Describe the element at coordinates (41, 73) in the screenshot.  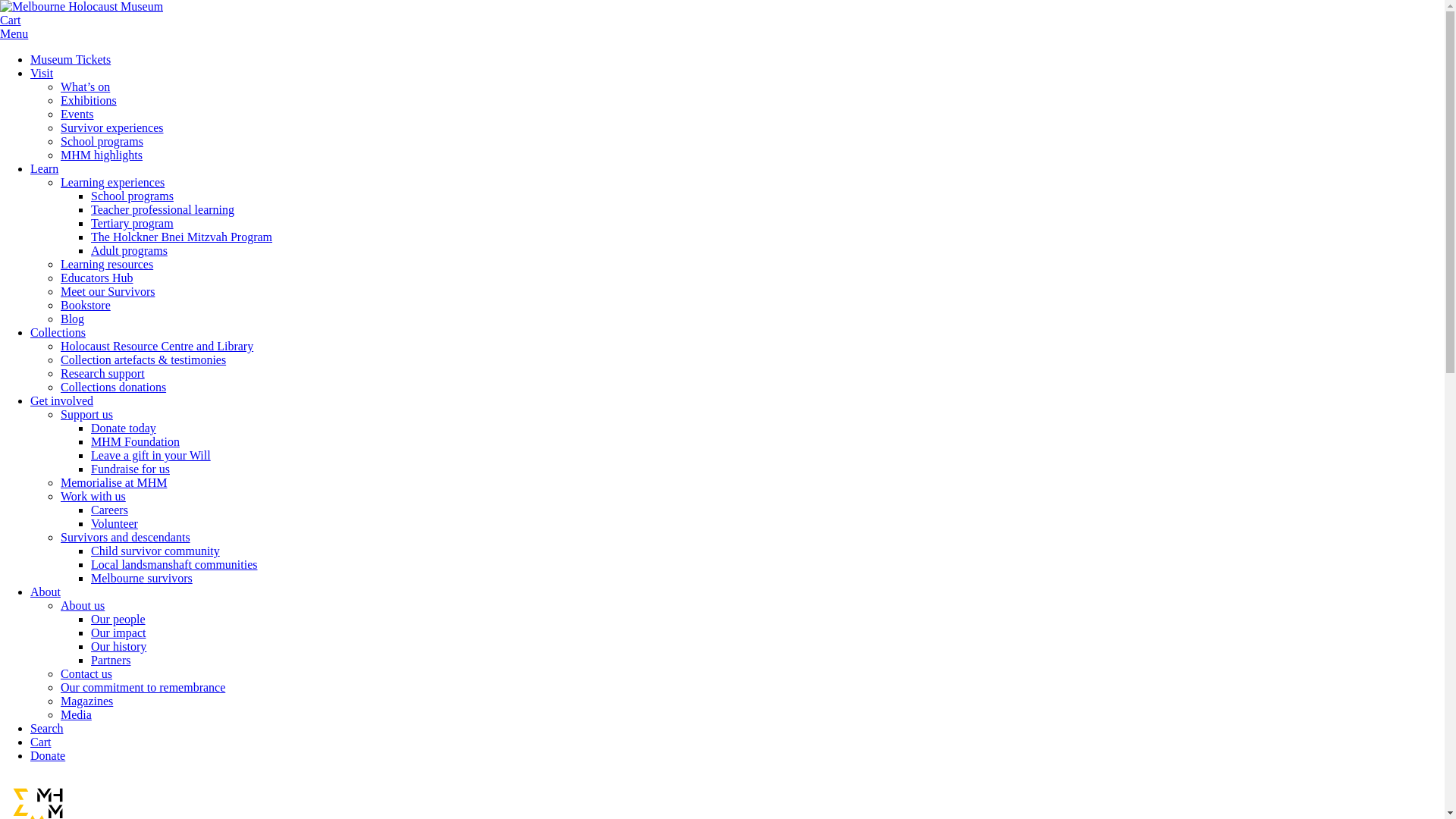
I see `'Visit'` at that location.